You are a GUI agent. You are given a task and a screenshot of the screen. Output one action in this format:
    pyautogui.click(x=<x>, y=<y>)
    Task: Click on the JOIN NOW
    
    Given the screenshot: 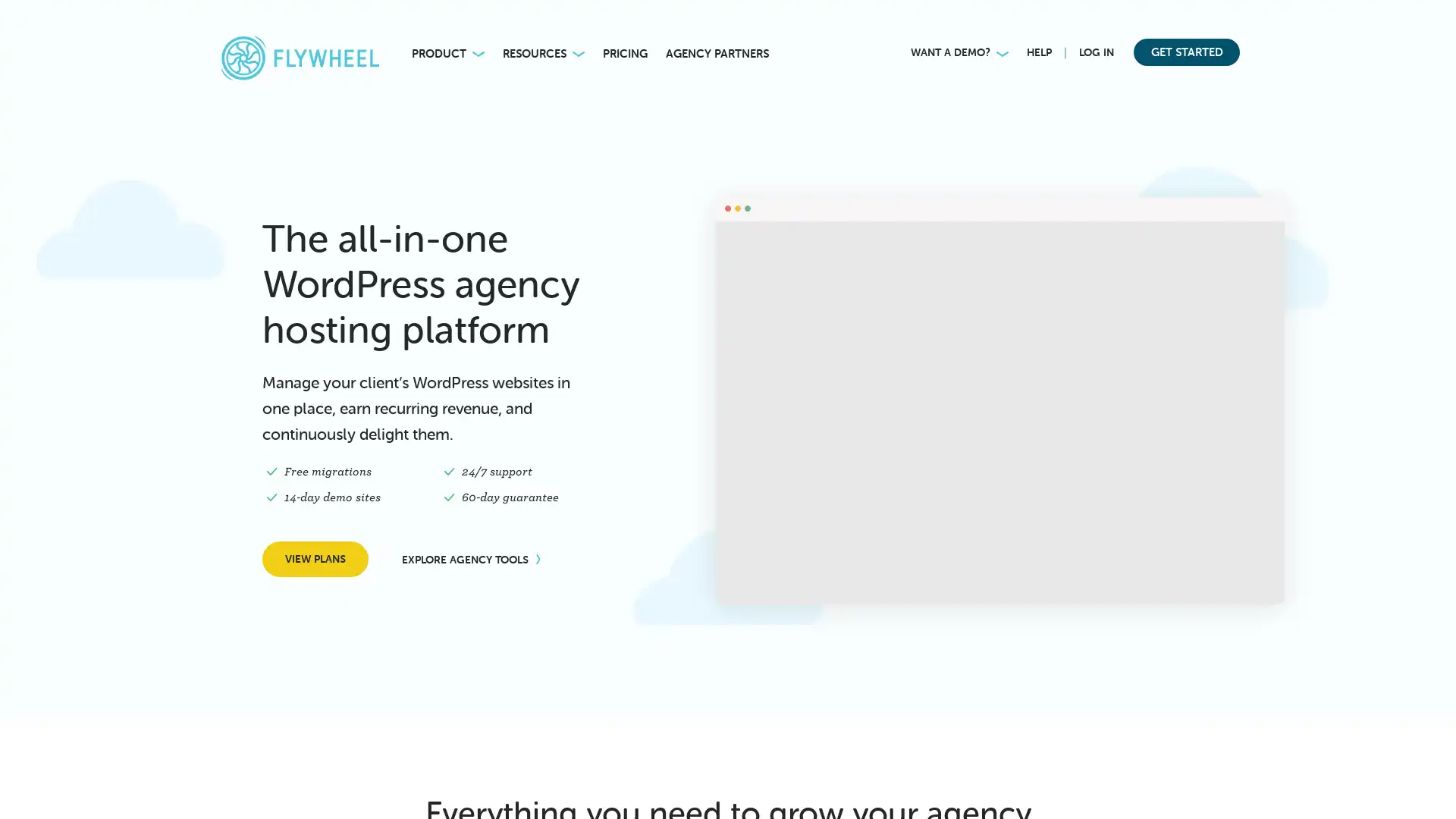 What is the action you would take?
    pyautogui.click(x=1021, y=29)
    